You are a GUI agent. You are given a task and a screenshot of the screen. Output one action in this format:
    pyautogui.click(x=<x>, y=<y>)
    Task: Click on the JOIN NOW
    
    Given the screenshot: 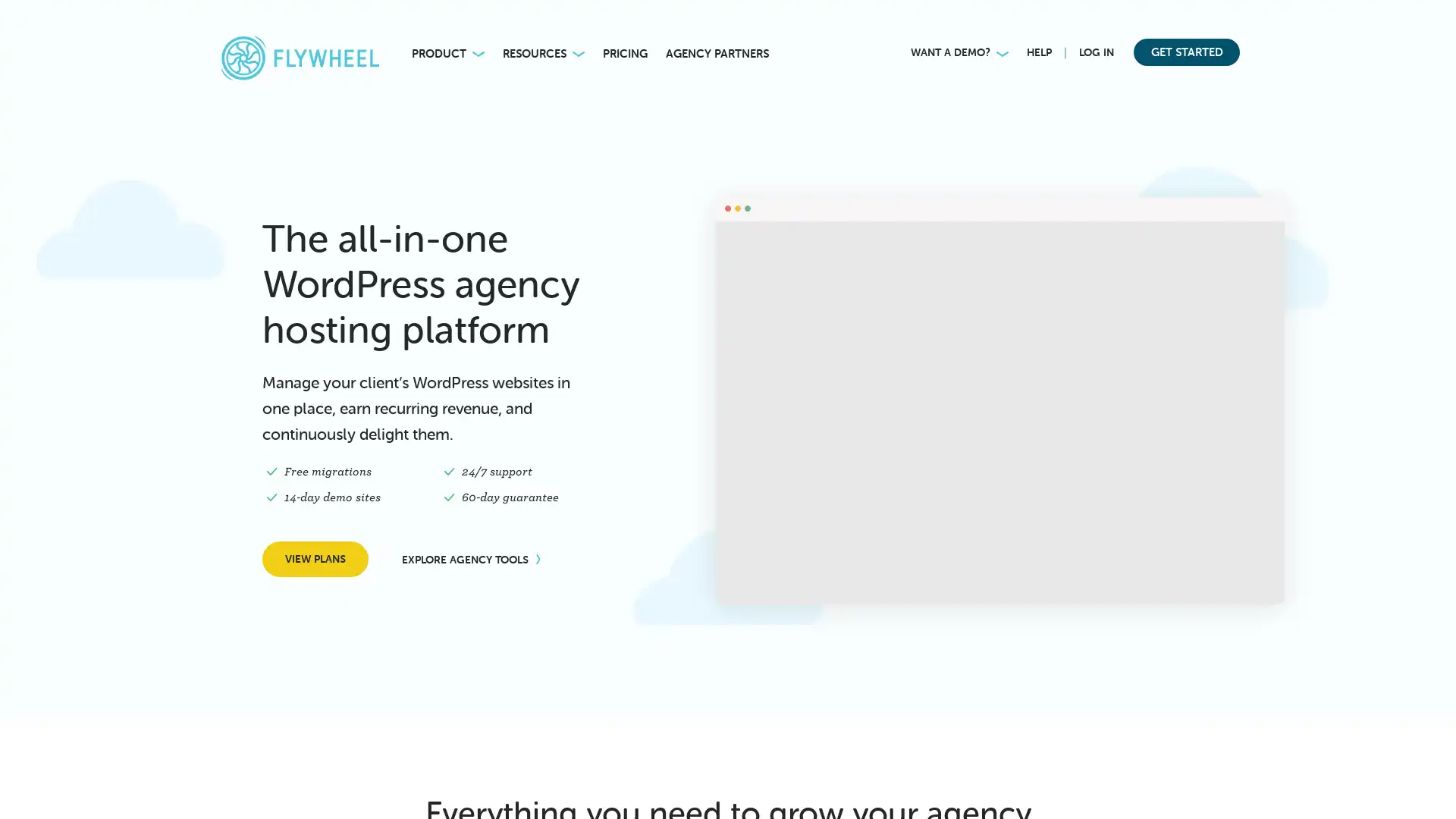 What is the action you would take?
    pyautogui.click(x=1021, y=29)
    